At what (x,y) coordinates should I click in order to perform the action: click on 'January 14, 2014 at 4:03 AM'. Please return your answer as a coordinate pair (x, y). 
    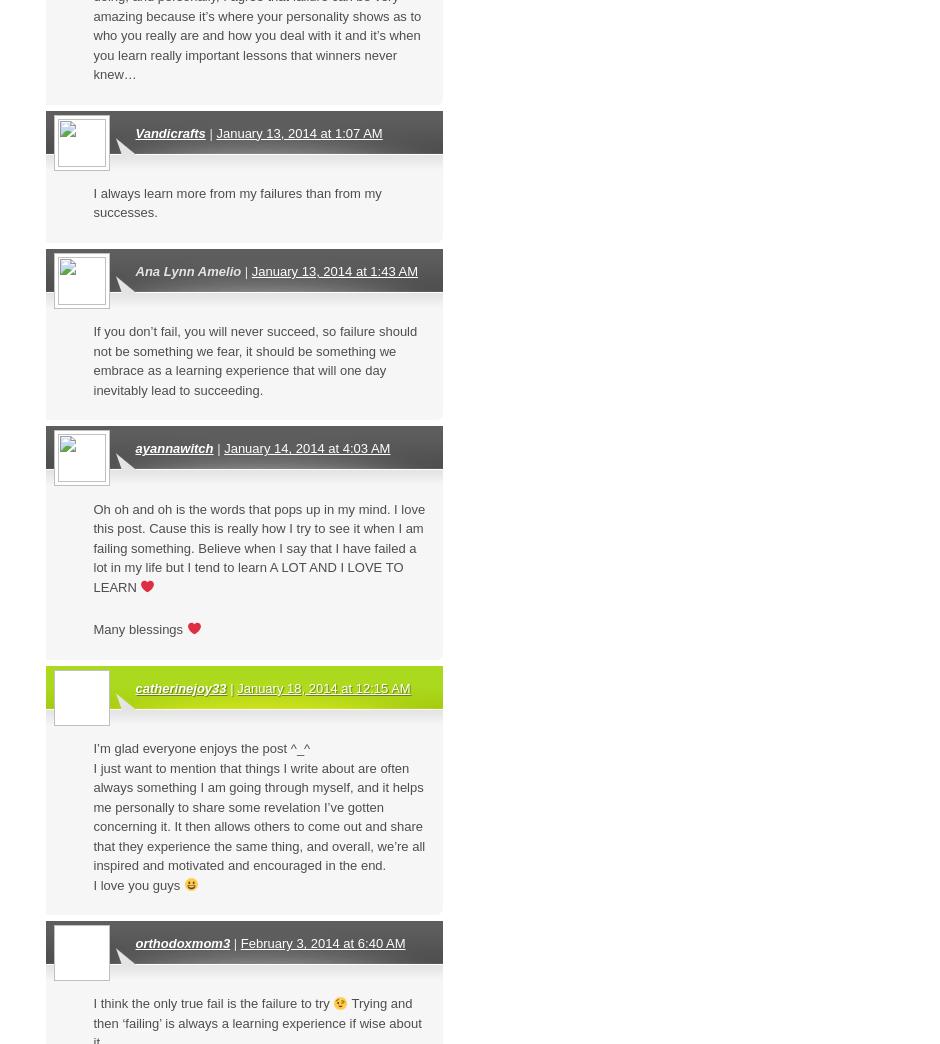
    Looking at the image, I should click on (306, 447).